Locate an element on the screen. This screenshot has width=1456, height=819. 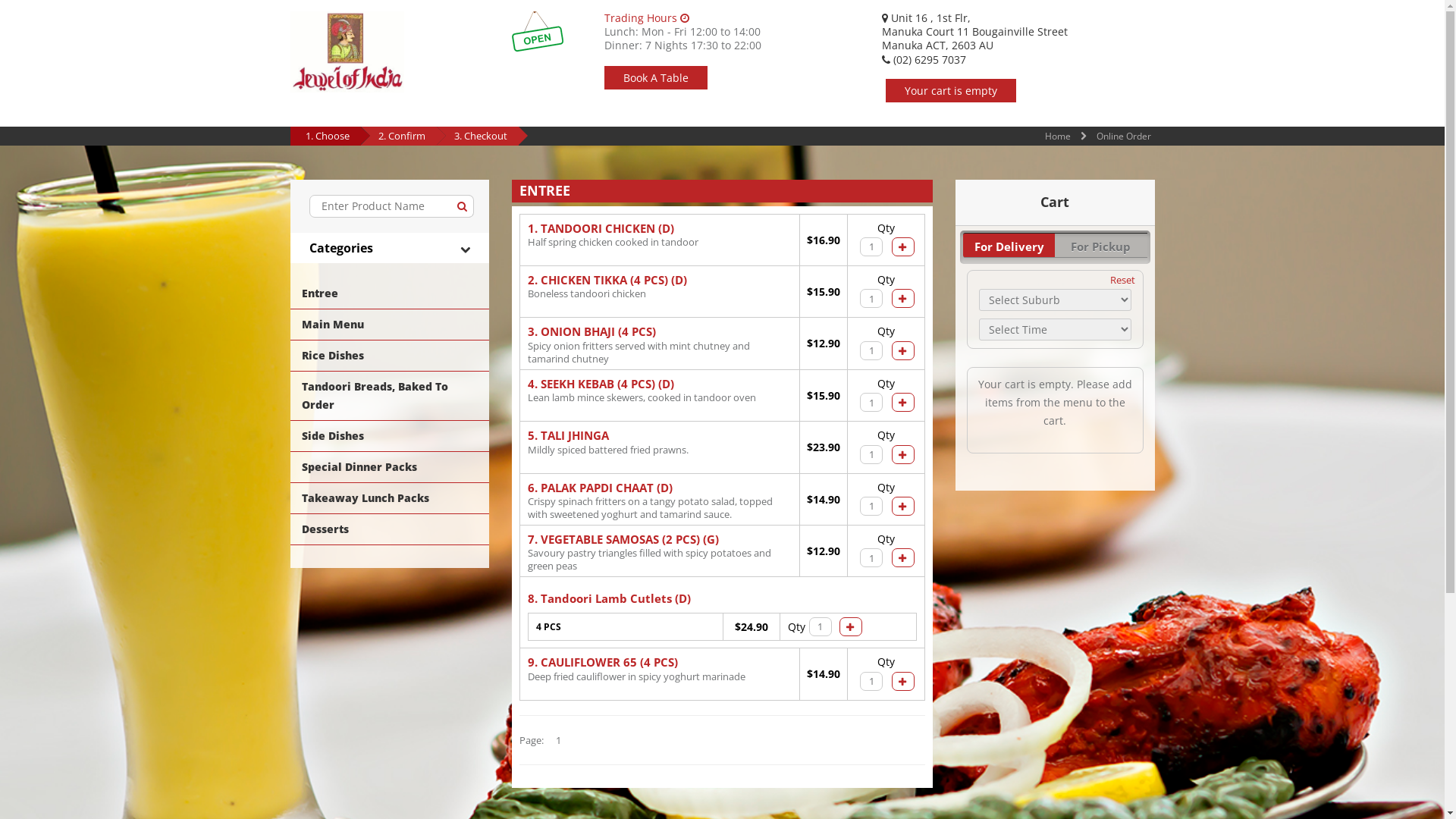
'Jewel of India ' is located at coordinates (345, 51).